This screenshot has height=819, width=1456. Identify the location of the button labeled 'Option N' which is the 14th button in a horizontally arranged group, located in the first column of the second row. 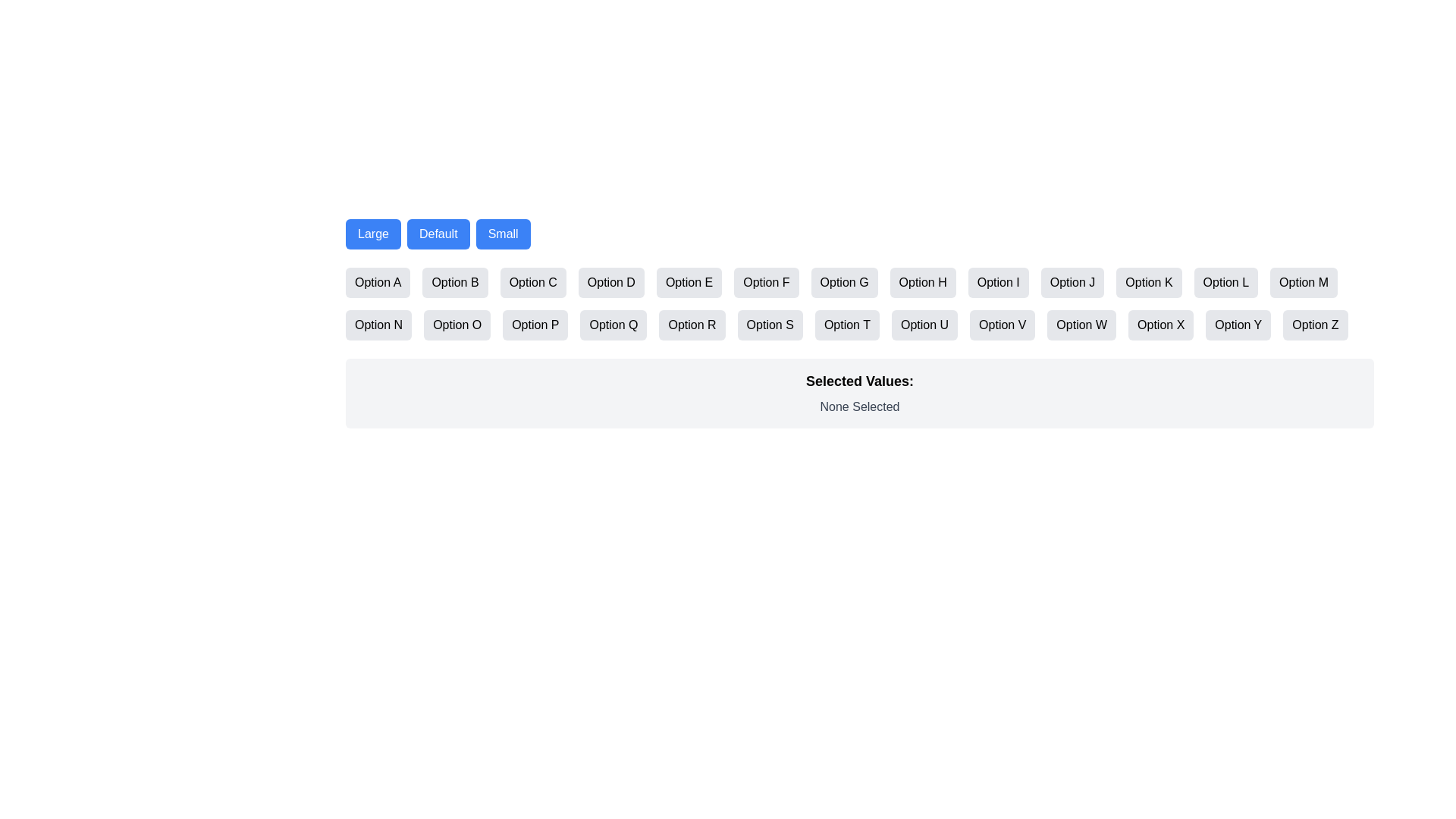
(378, 324).